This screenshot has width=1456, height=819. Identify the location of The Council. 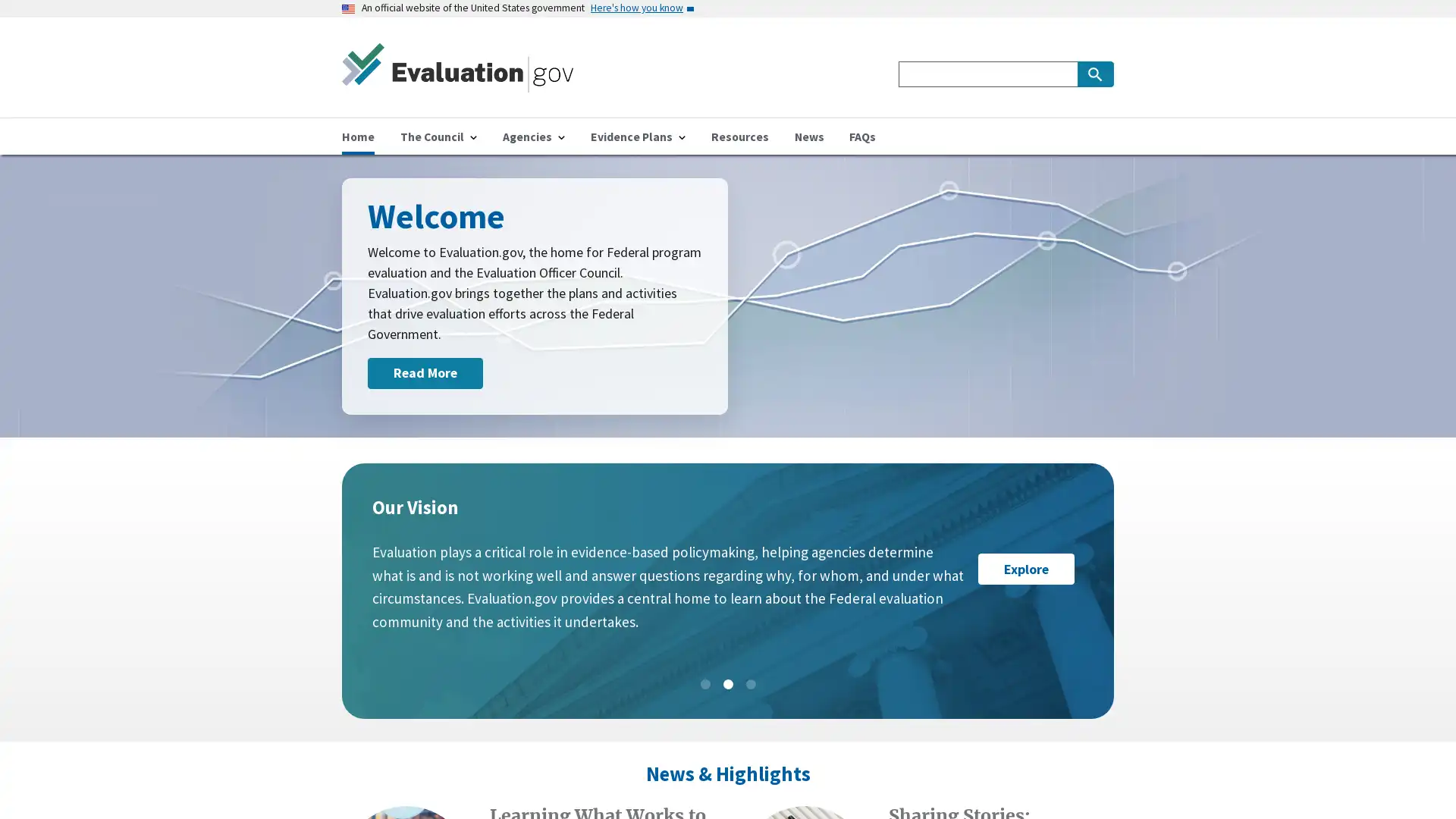
(438, 136).